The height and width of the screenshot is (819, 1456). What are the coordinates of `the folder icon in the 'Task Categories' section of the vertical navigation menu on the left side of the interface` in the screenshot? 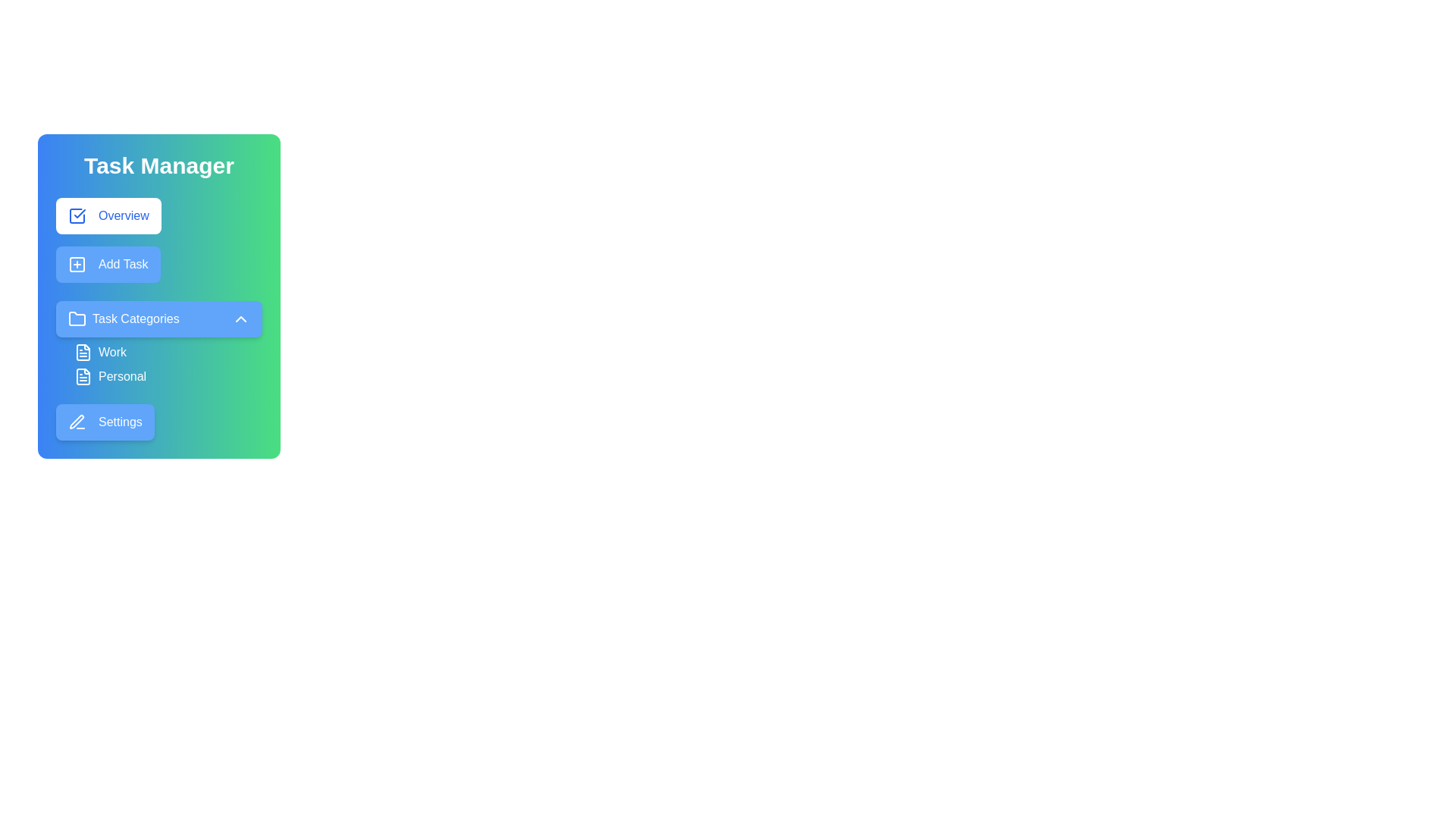 It's located at (76, 318).